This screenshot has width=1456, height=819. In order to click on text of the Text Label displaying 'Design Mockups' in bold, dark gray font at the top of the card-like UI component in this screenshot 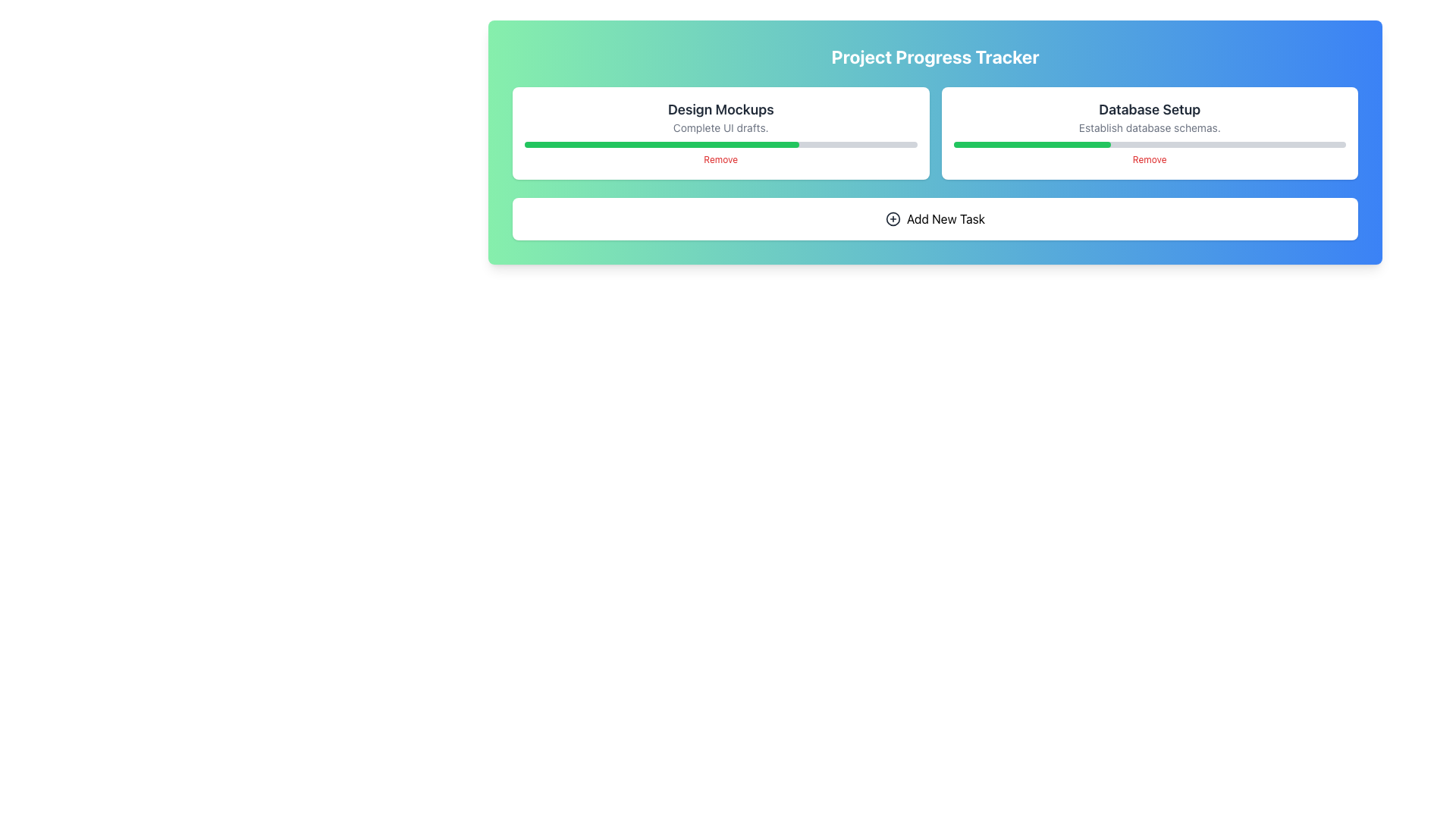, I will do `click(720, 109)`.